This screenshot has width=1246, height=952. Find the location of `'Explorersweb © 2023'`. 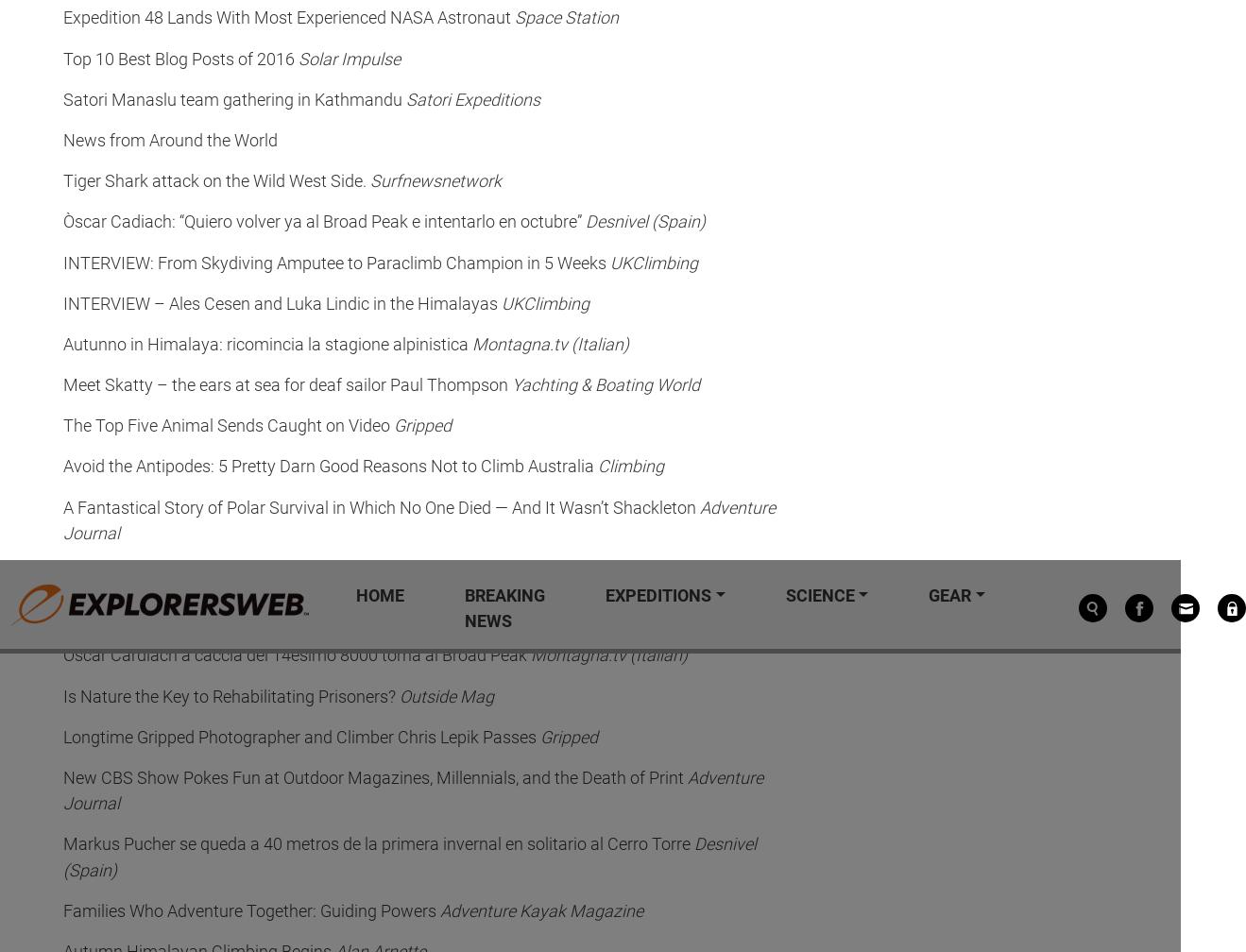

'Explorersweb © 2023' is located at coordinates (1052, 363).